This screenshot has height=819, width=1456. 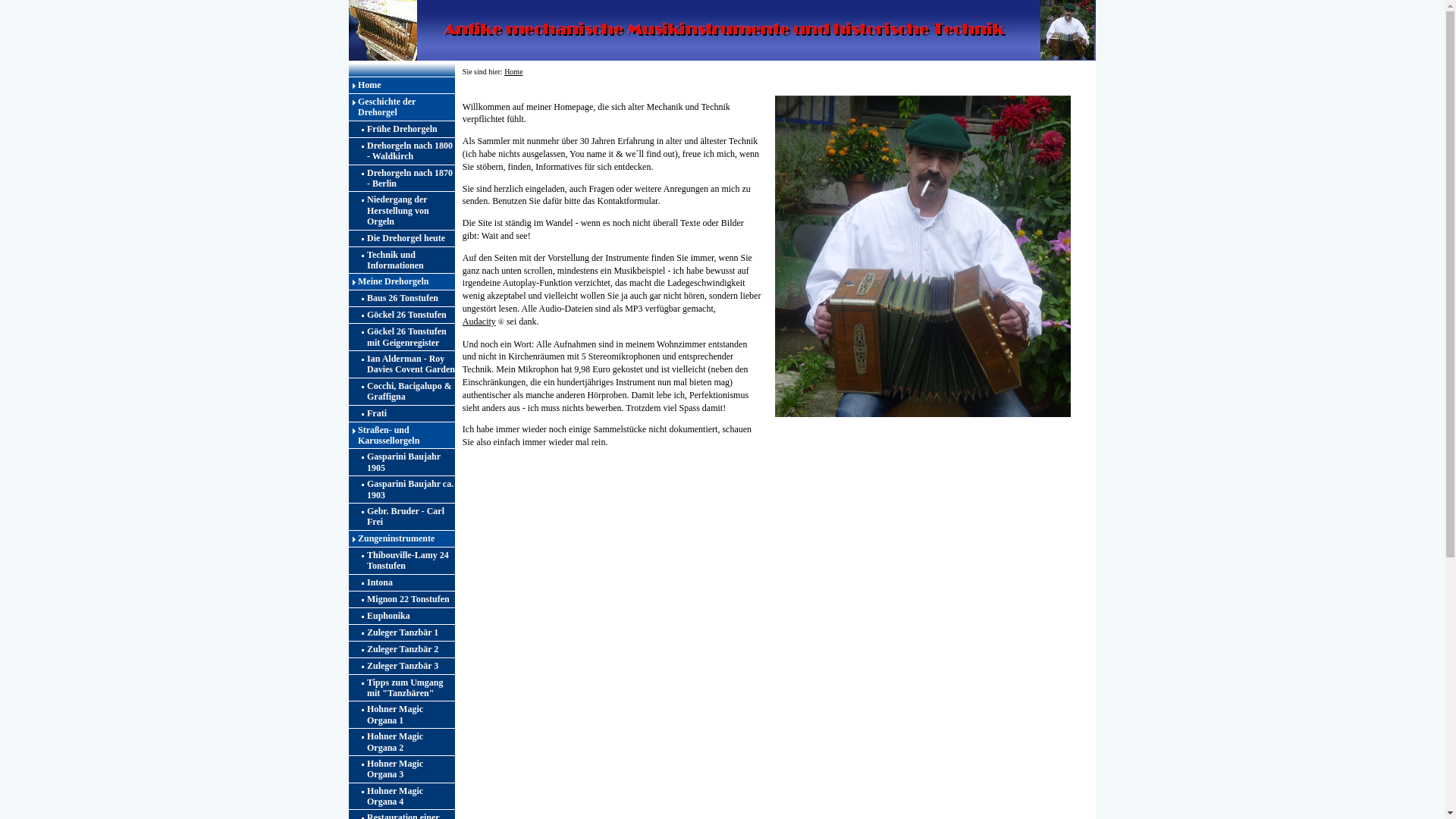 What do you see at coordinates (401, 795) in the screenshot?
I see `'Hohner Magic Organa 4'` at bounding box center [401, 795].